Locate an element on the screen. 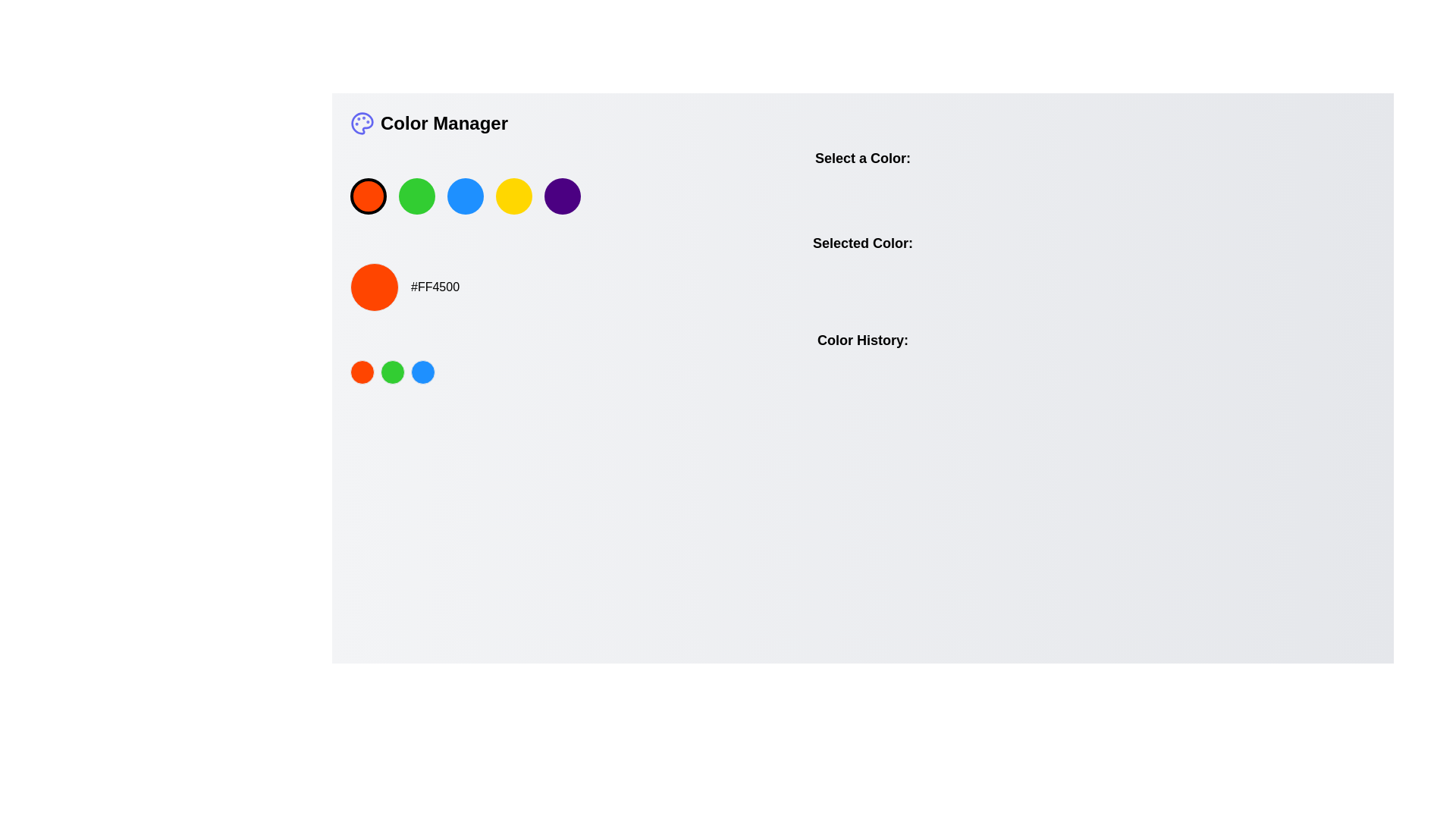 Image resolution: width=1456 pixels, height=819 pixels. the Text Label that indicates the history of selected colors, located in the Color History subsection, below the Selected Color section is located at coordinates (862, 339).